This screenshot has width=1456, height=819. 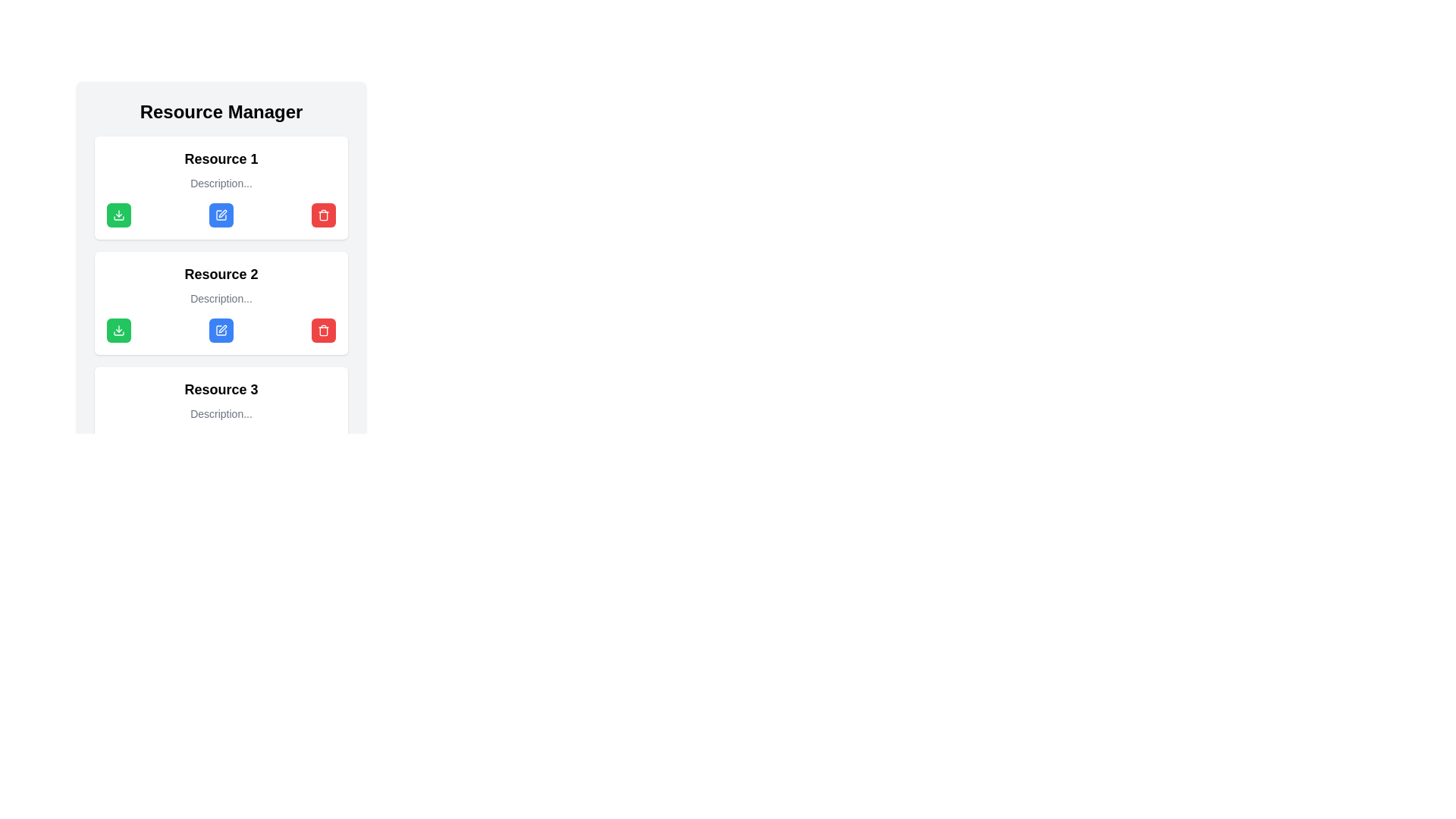 What do you see at coordinates (221, 791) in the screenshot?
I see `the pen edit icon` at bounding box center [221, 791].